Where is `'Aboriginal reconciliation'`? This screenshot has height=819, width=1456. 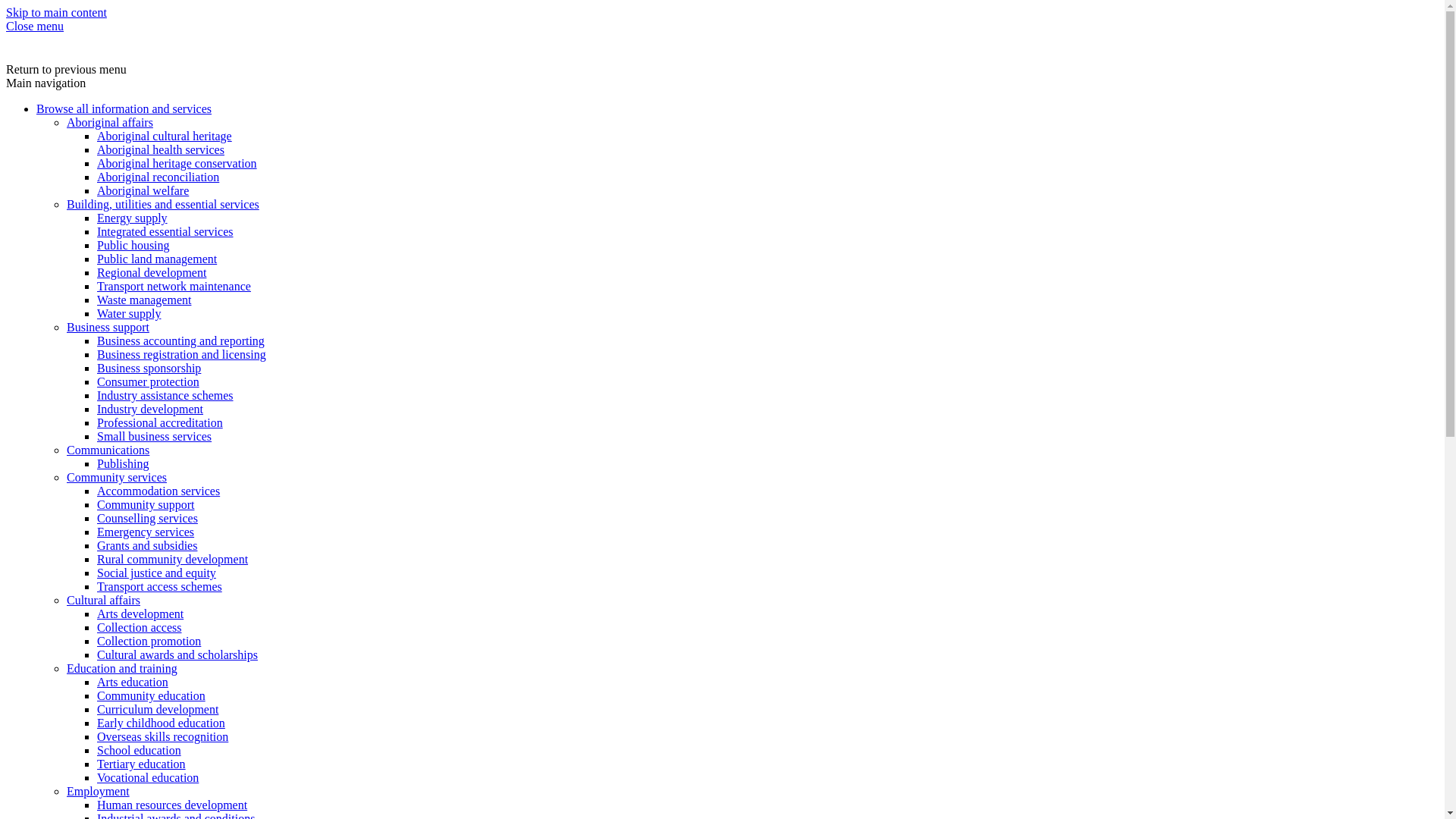
'Aboriginal reconciliation' is located at coordinates (158, 176).